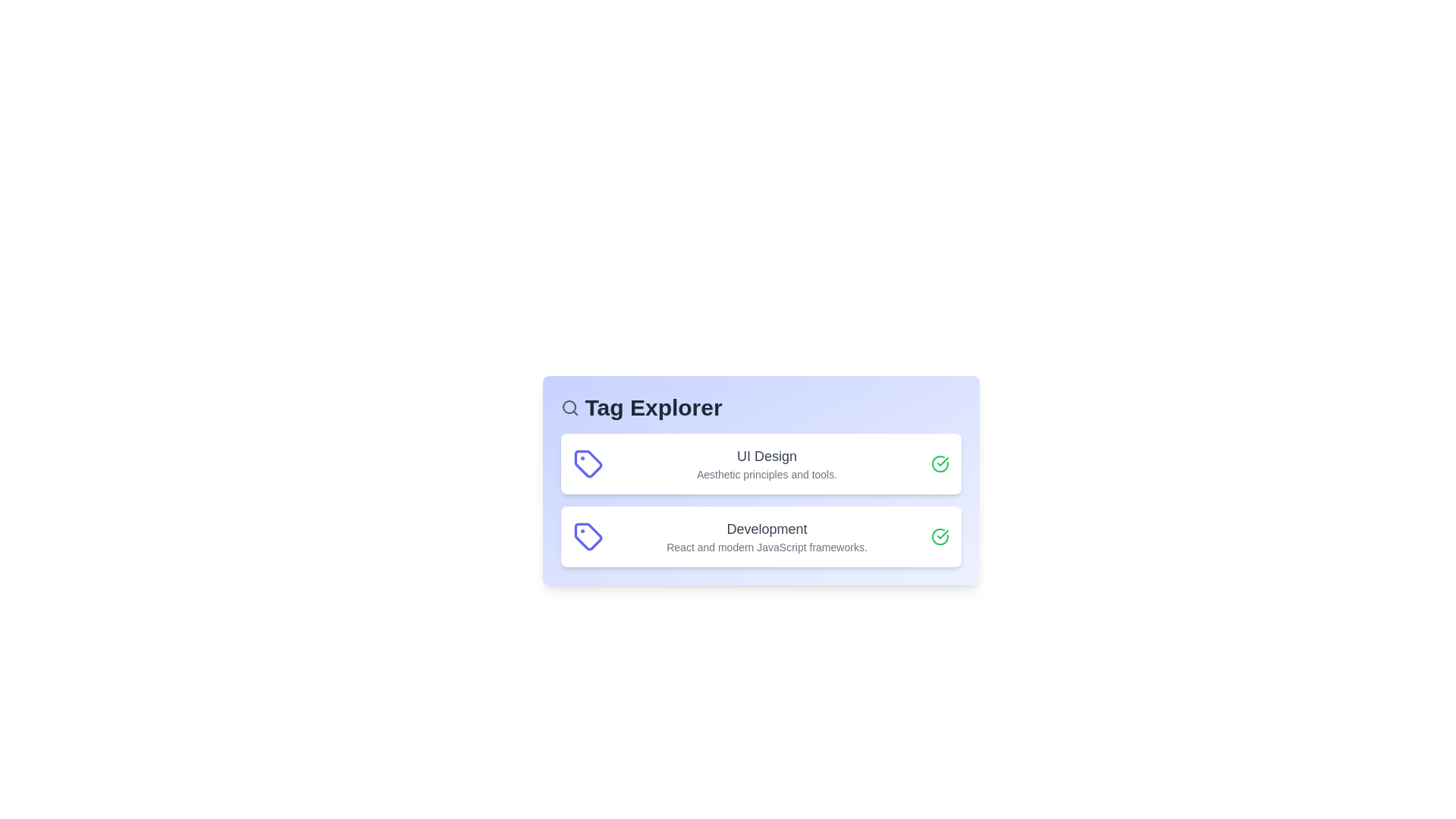 This screenshot has width=1456, height=819. What do you see at coordinates (767, 463) in the screenshot?
I see `the description of the tag 'UI Design' to reveal more details` at bounding box center [767, 463].